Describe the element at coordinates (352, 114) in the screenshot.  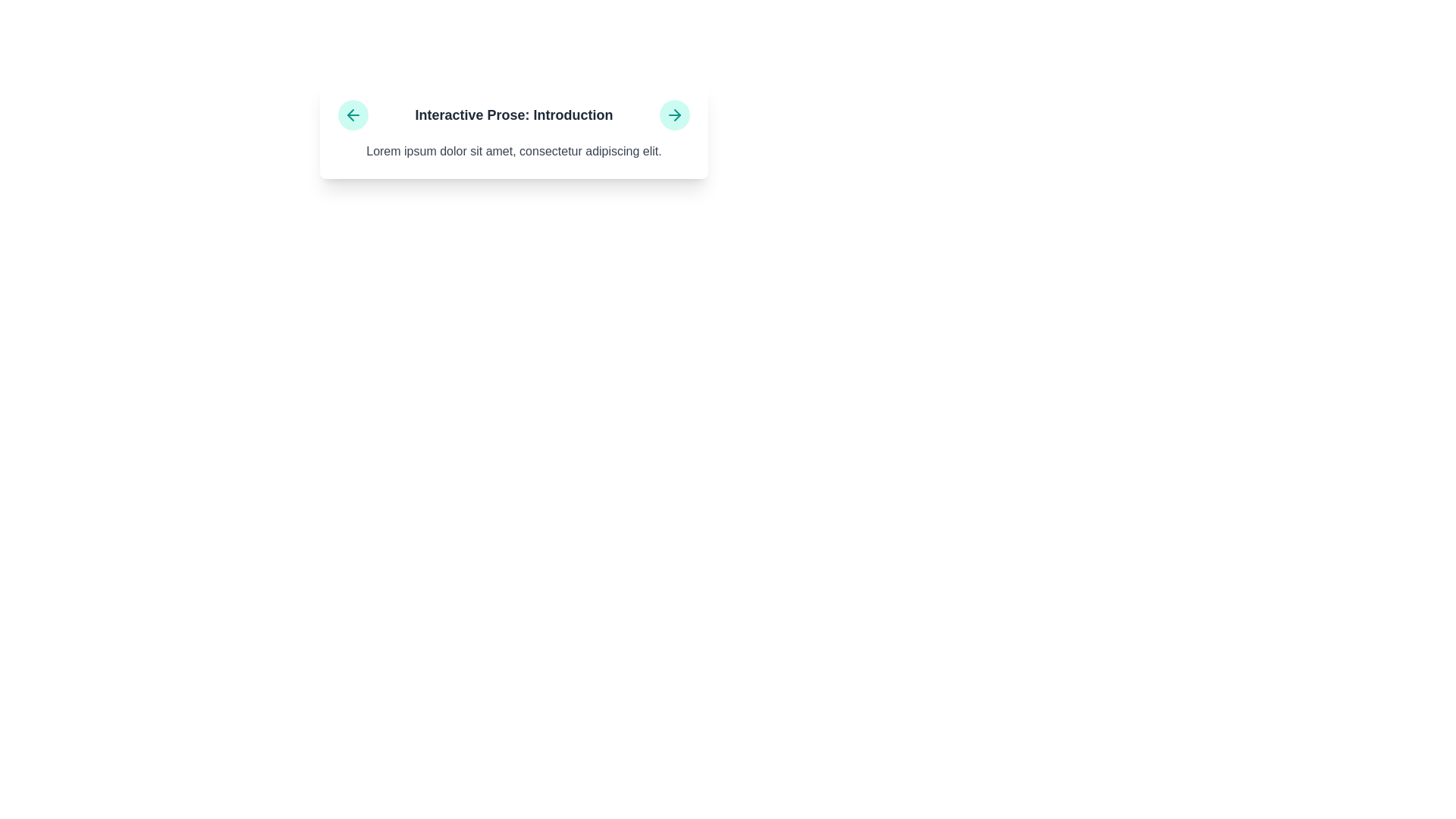
I see `the circular teal button with a left-pointing arrow` at that location.